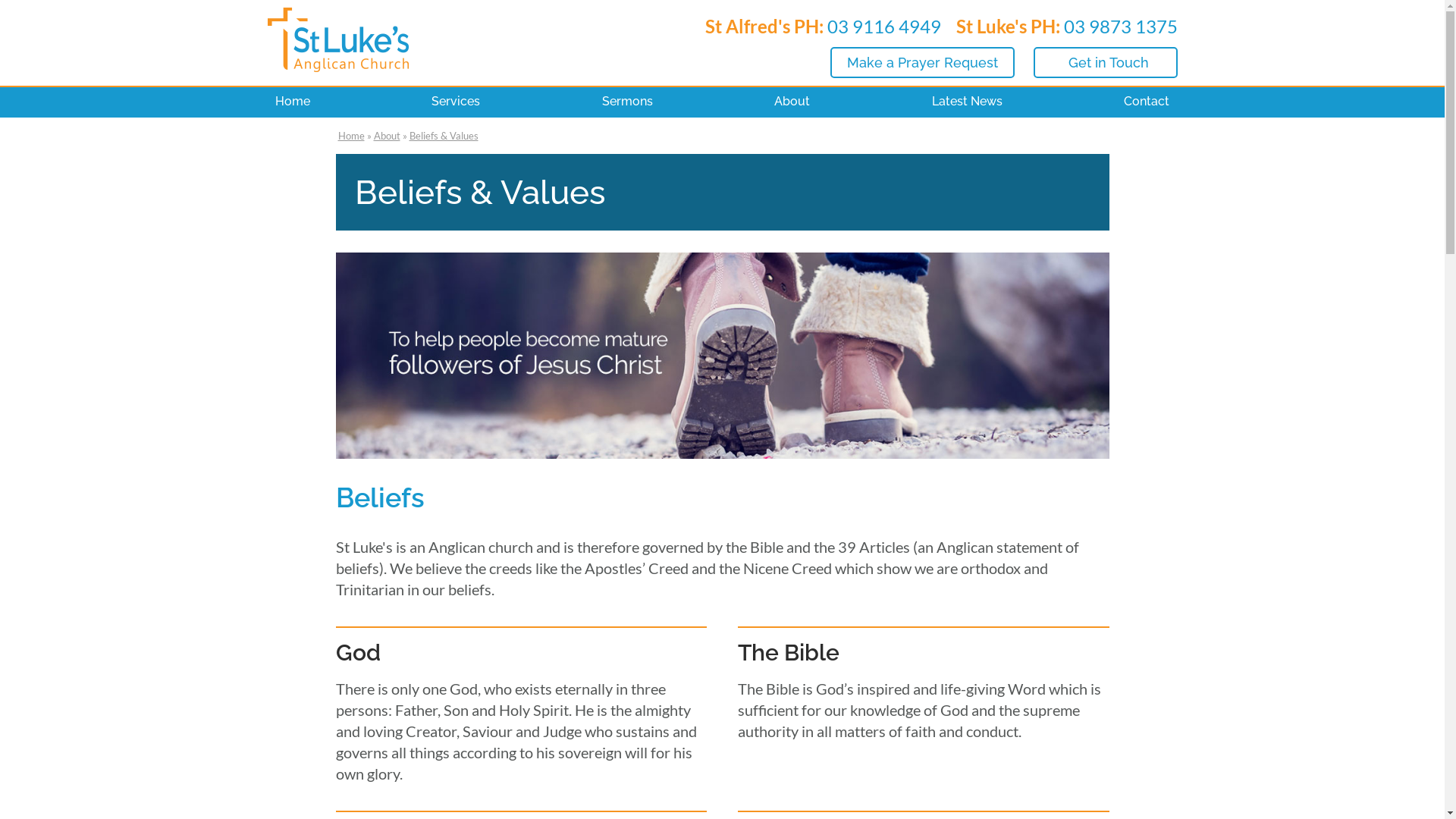 The width and height of the screenshot is (1456, 819). What do you see at coordinates (627, 102) in the screenshot?
I see `'Sermons'` at bounding box center [627, 102].